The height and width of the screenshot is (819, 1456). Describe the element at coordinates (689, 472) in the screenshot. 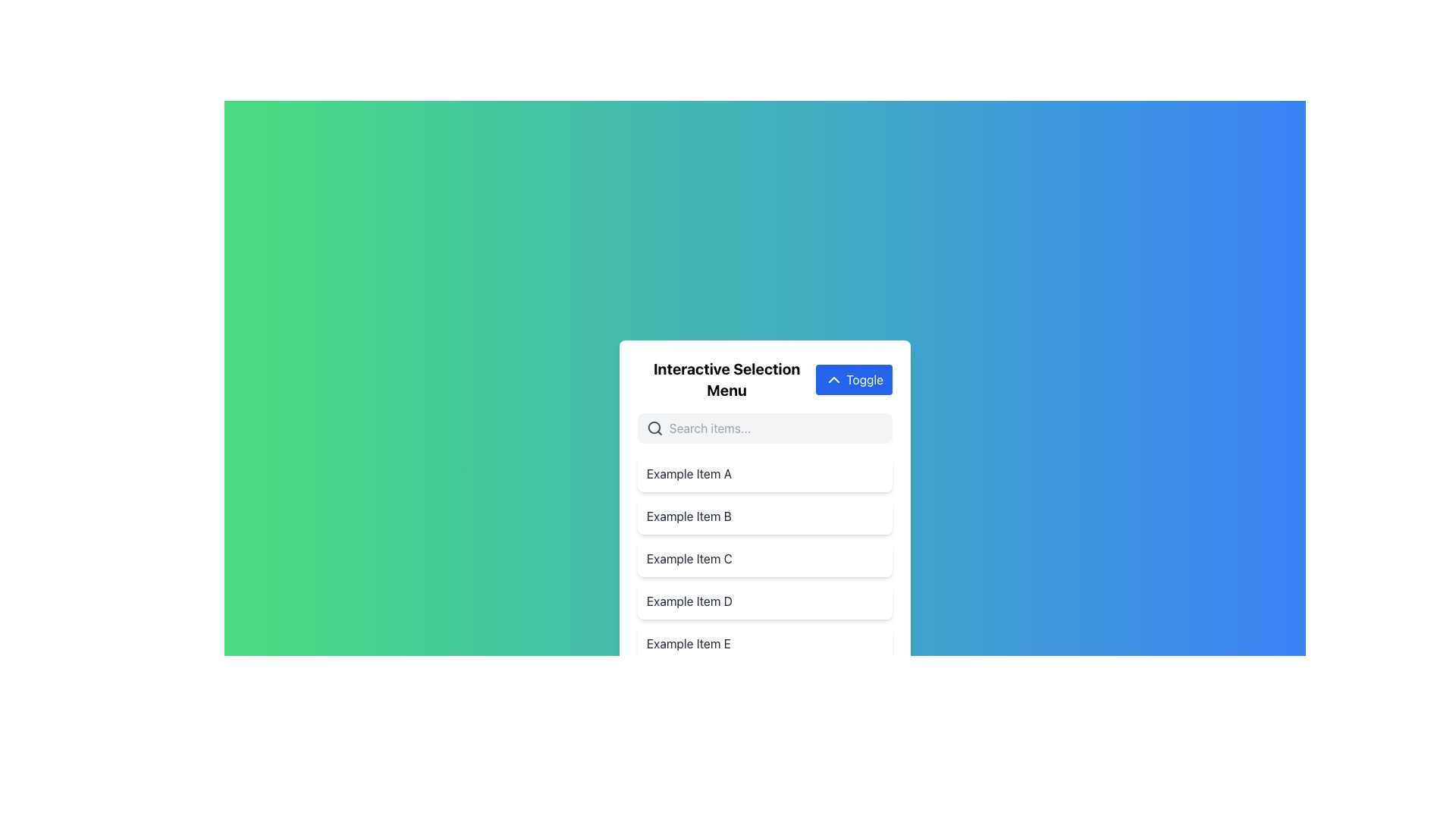

I see `text label 'Example Item A' which is styled in bold dark gray font and positioned within the first item of a vertically stacked list below the search bar` at that location.